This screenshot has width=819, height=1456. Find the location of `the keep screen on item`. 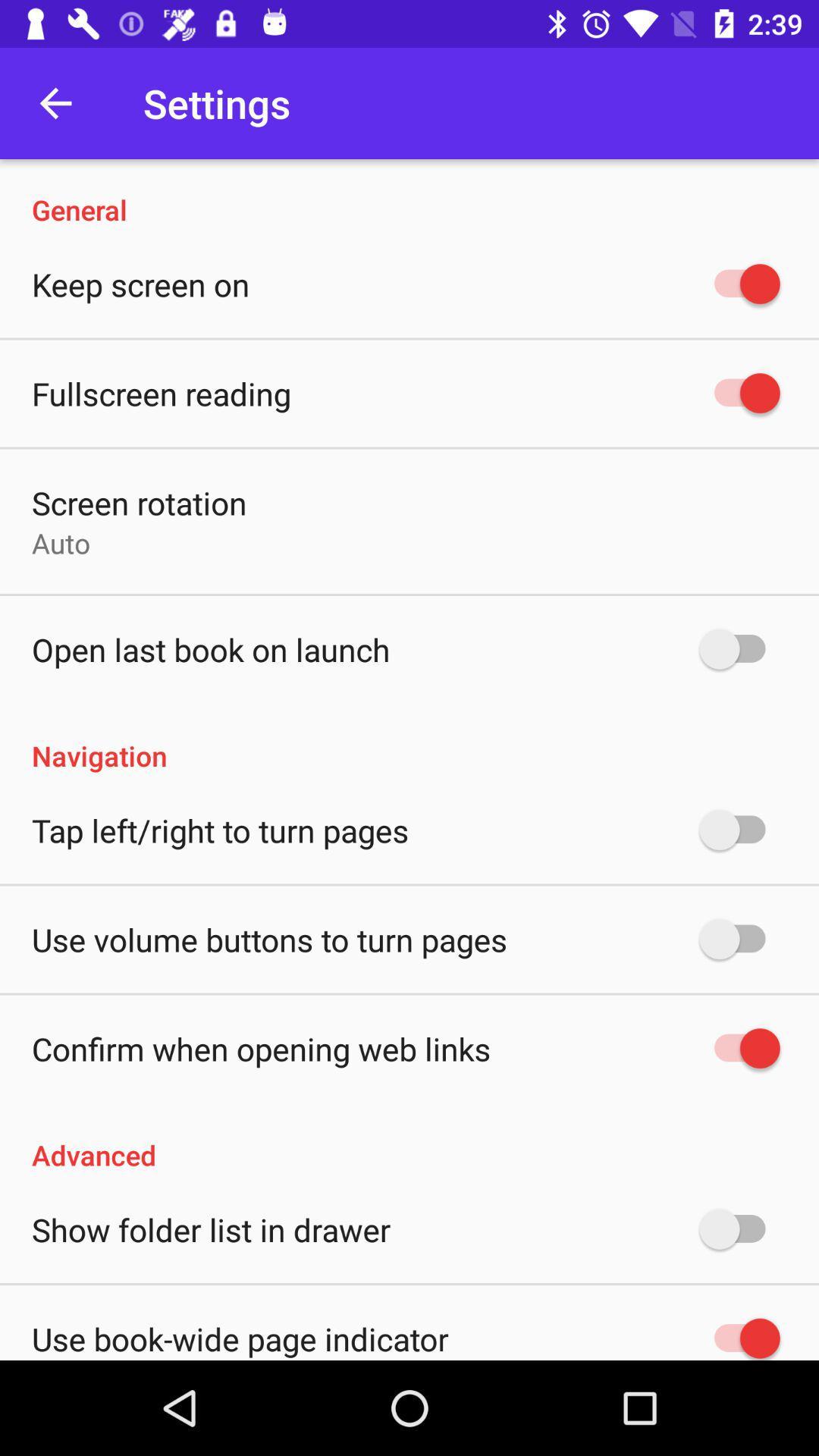

the keep screen on item is located at coordinates (140, 284).